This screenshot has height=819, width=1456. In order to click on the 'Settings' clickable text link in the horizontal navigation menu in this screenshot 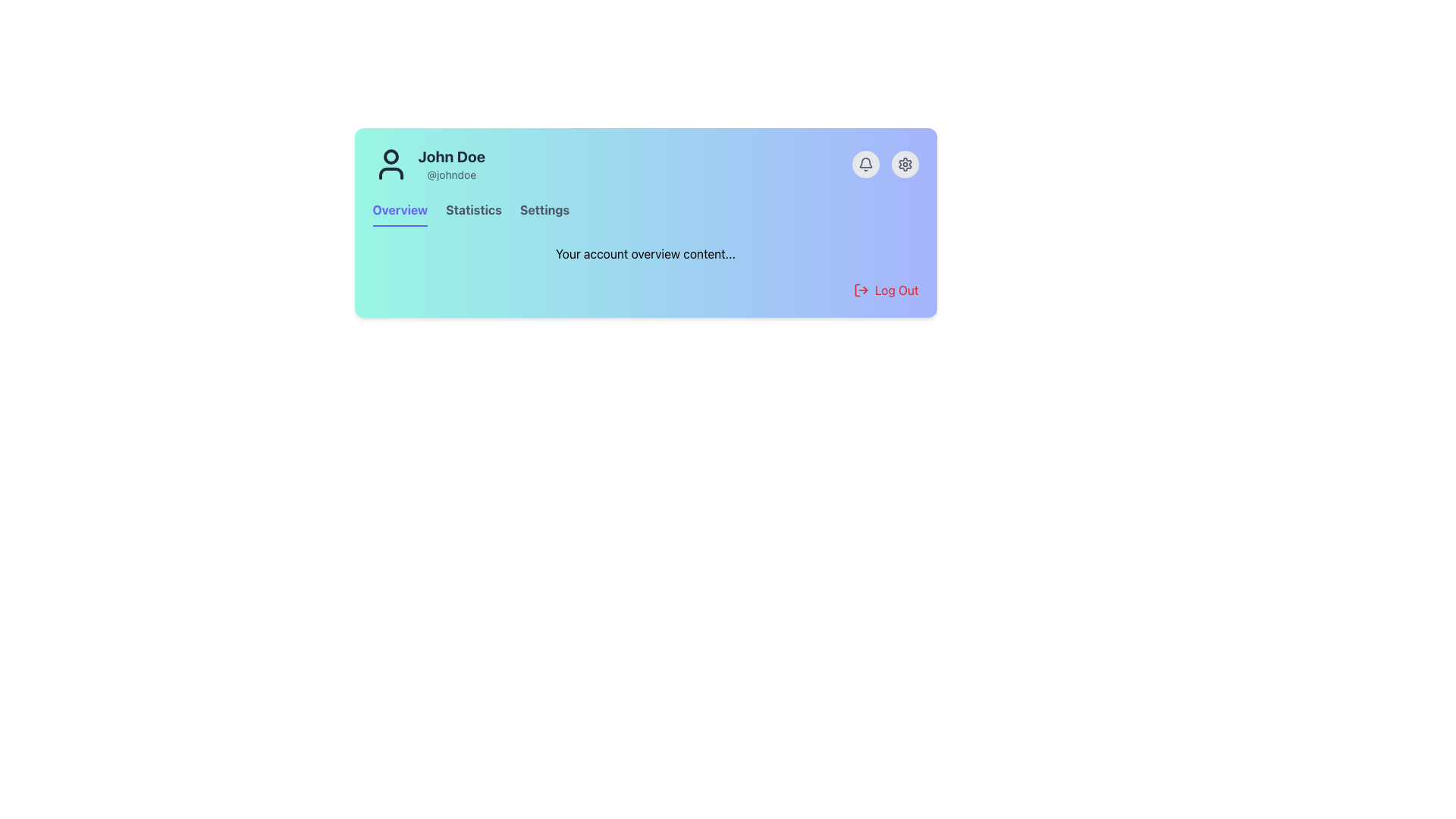, I will do `click(544, 213)`.